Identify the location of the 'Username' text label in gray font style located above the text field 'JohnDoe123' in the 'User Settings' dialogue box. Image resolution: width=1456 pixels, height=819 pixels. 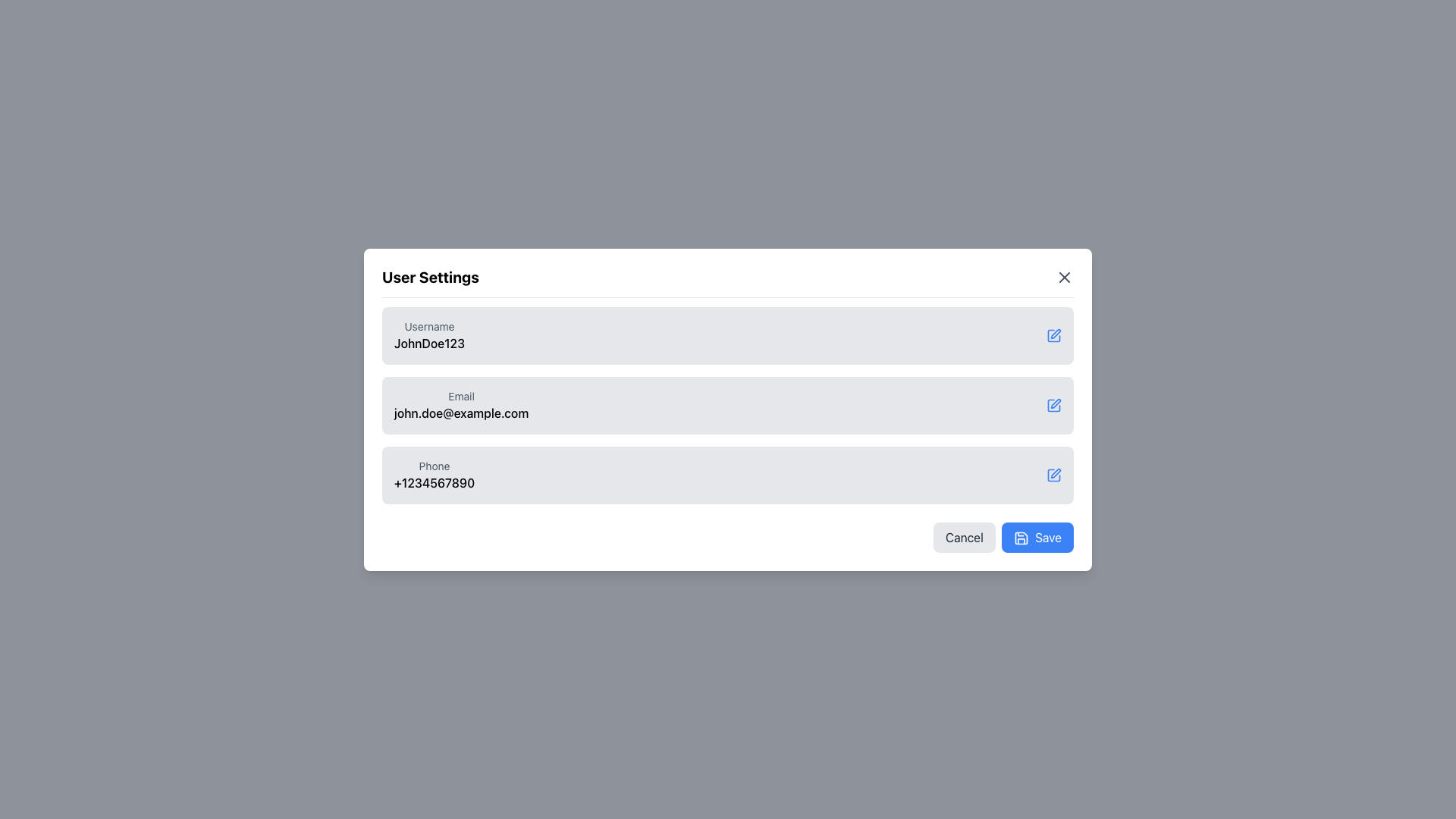
(428, 325).